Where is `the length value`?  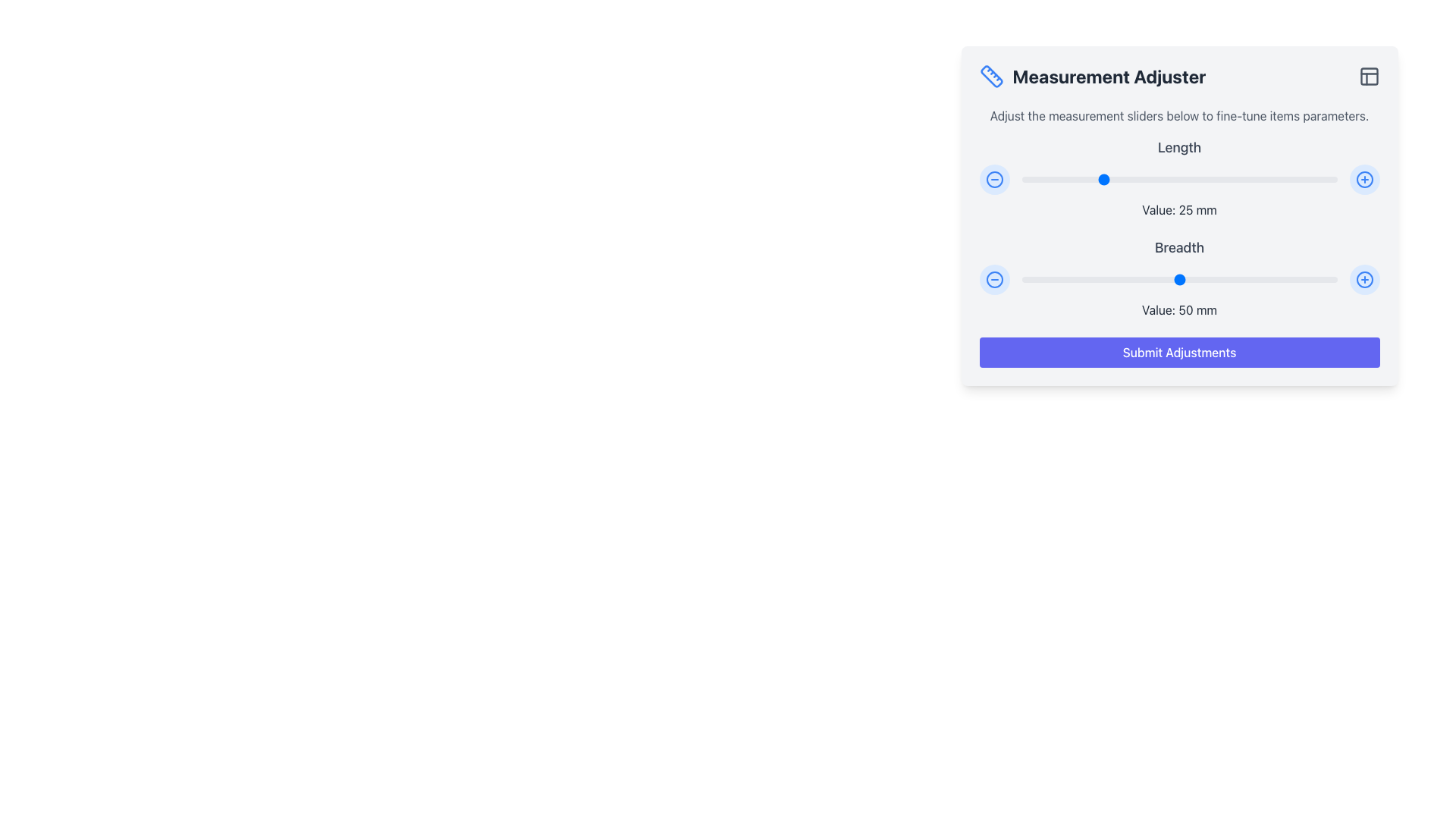 the length value is located at coordinates (1156, 178).